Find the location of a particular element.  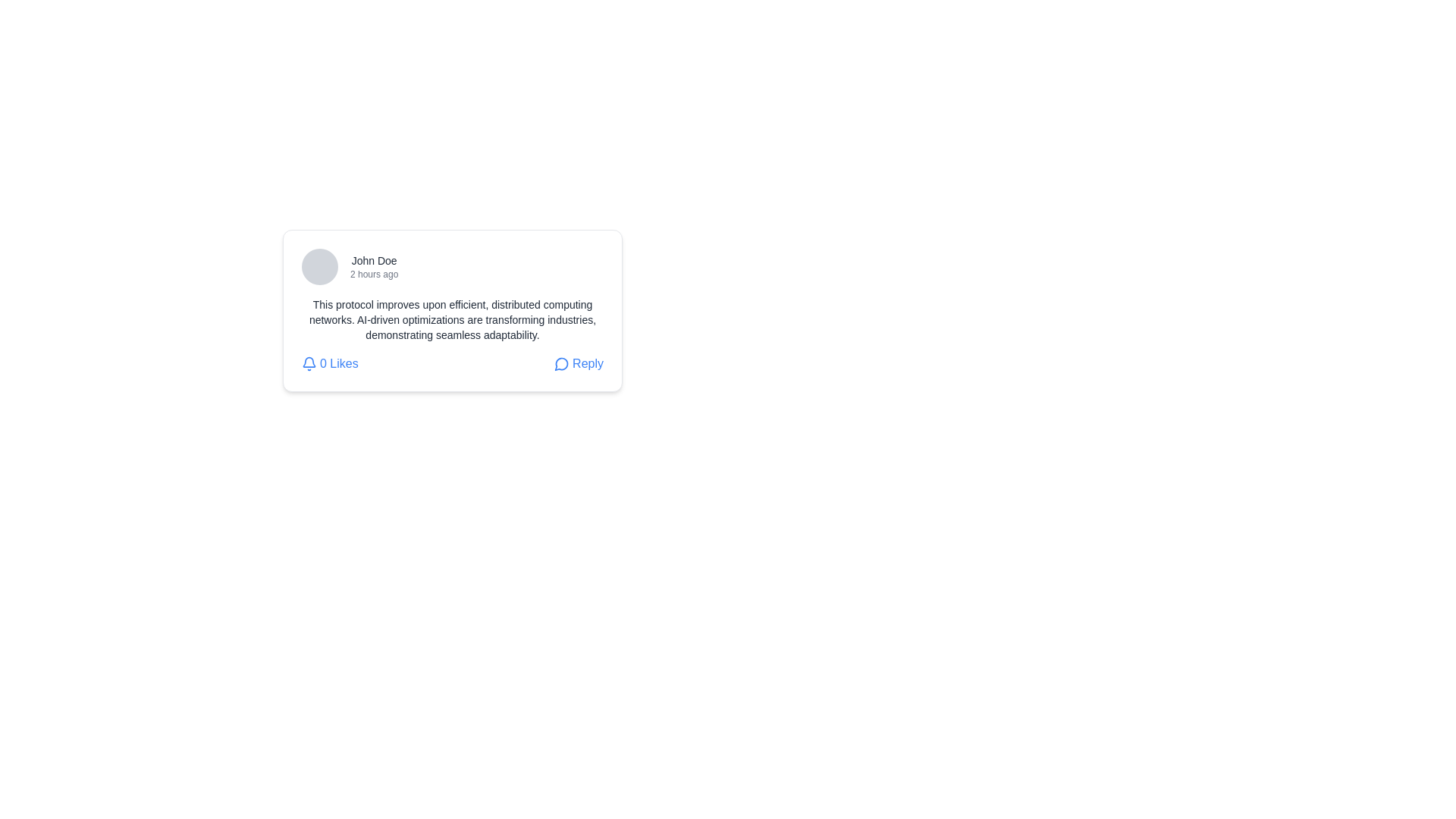

the user-generated display card positioned at the upper section of the interface, which includes textual content, an avatar, and interactive buttons is located at coordinates (451, 309).